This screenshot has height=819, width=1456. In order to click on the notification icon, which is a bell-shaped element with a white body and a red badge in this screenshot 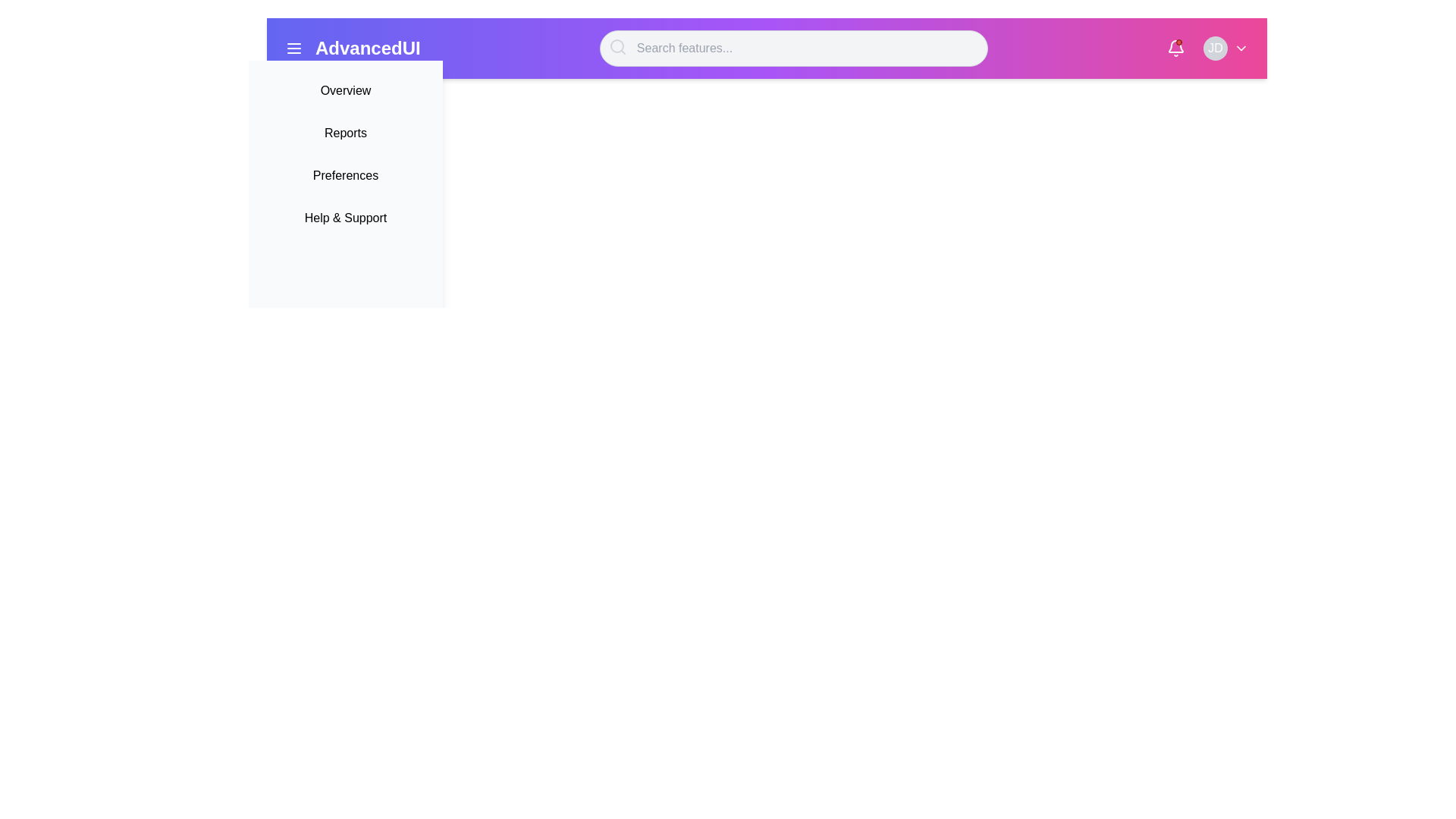, I will do `click(1175, 48)`.